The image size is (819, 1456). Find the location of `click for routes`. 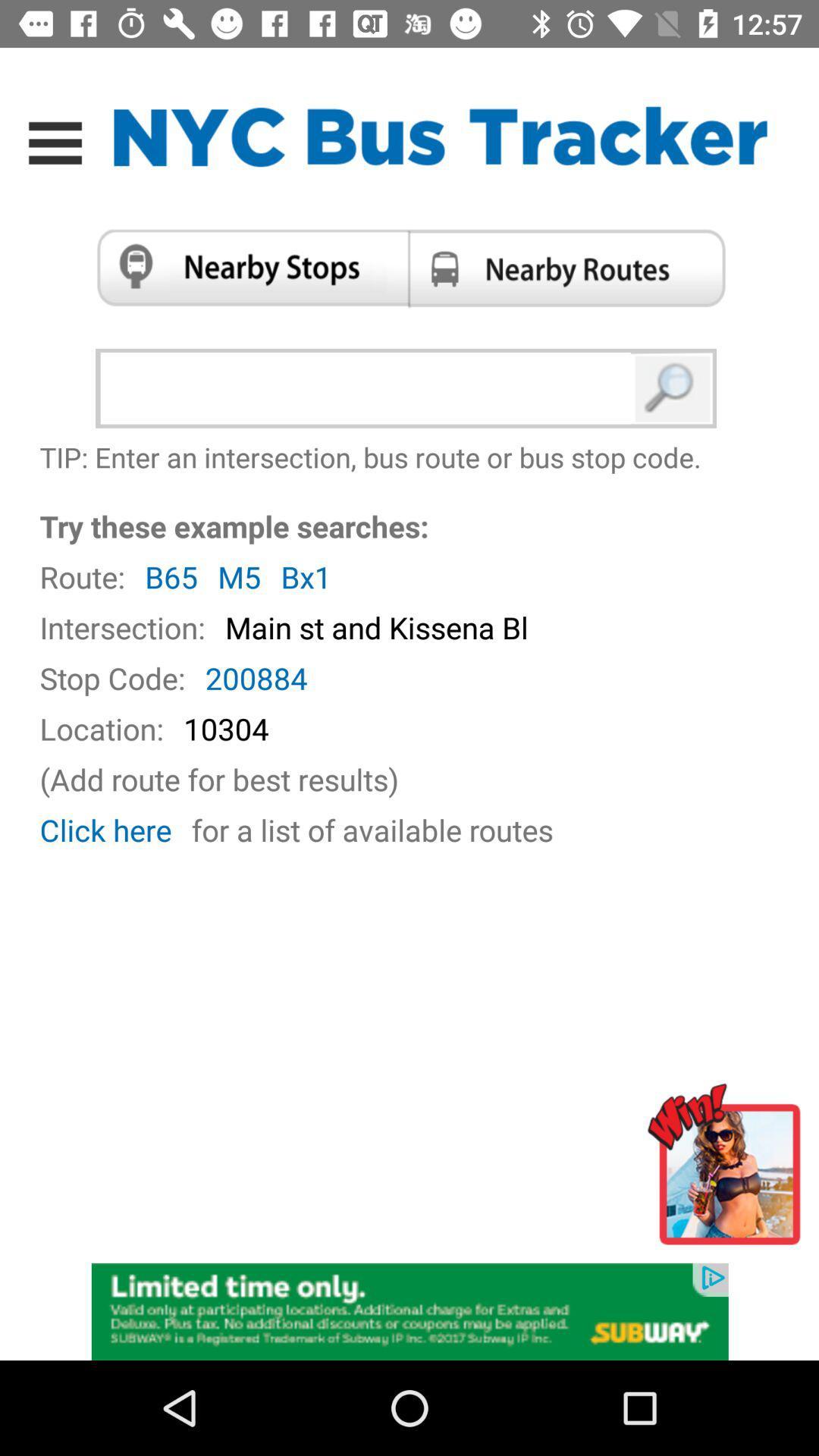

click for routes is located at coordinates (572, 268).